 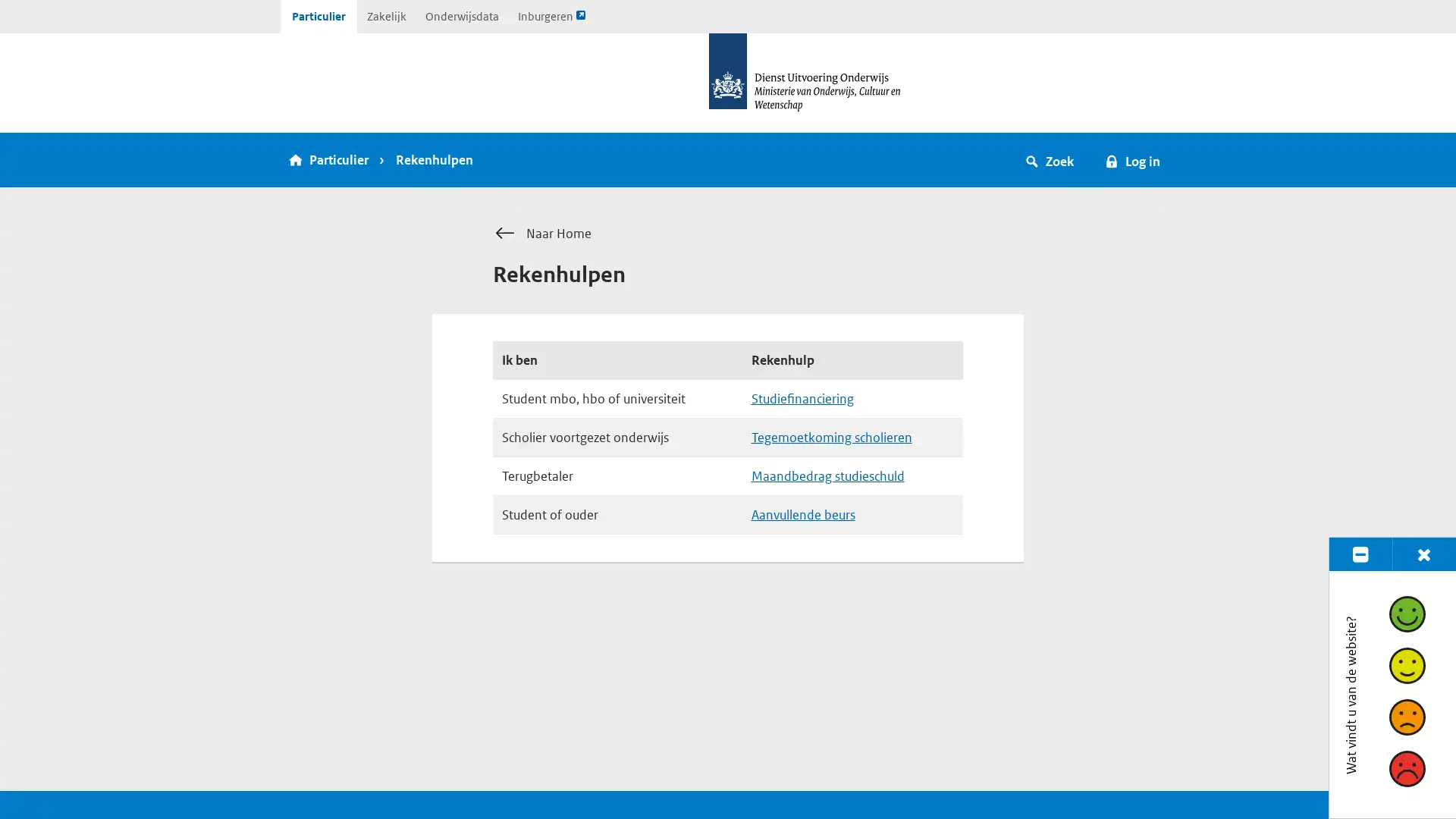 What do you see at coordinates (1405, 717) in the screenshot?
I see `Matig` at bounding box center [1405, 717].